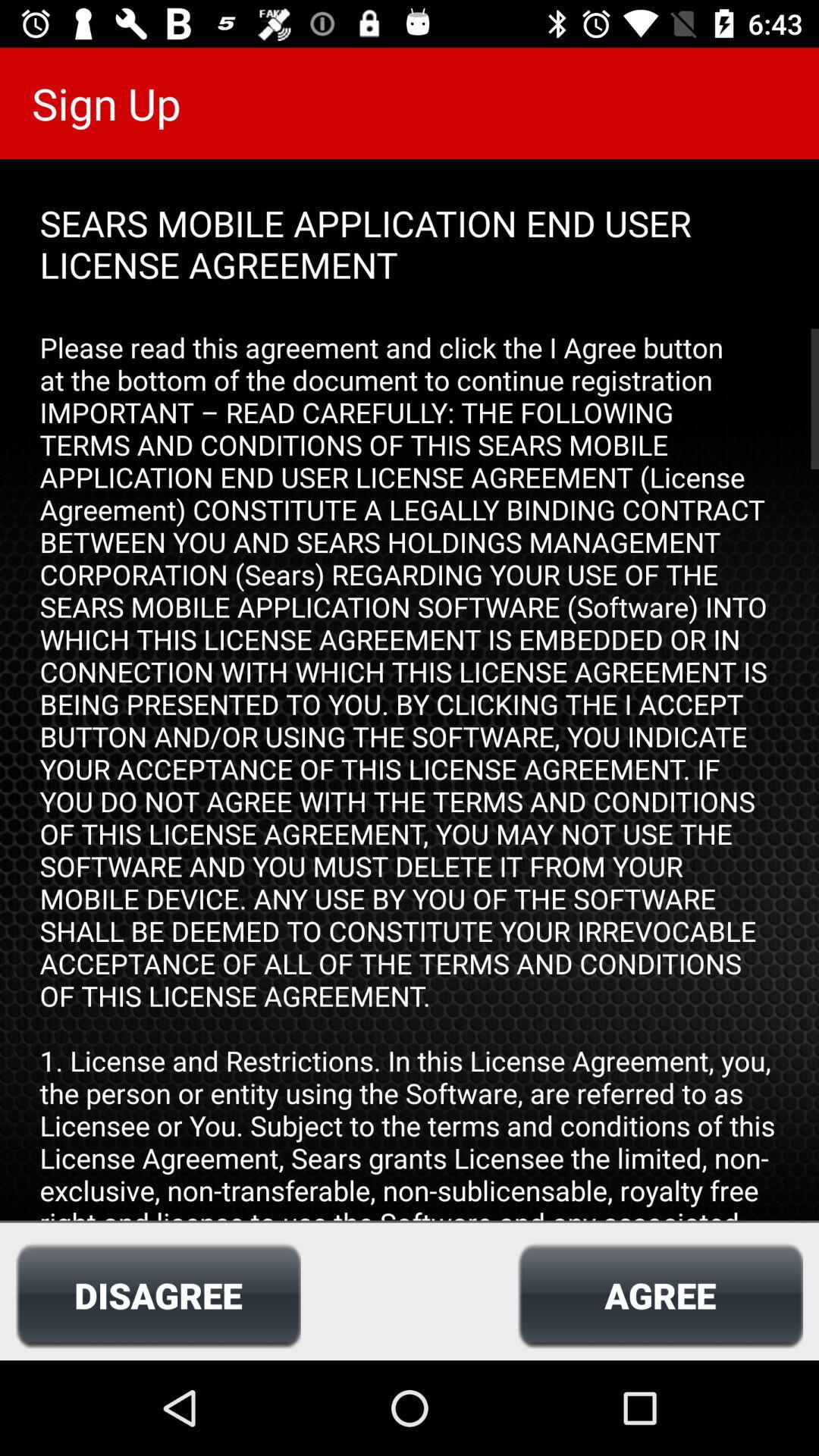 This screenshot has height=1456, width=819. Describe the element at coordinates (158, 1294) in the screenshot. I see `disagree` at that location.